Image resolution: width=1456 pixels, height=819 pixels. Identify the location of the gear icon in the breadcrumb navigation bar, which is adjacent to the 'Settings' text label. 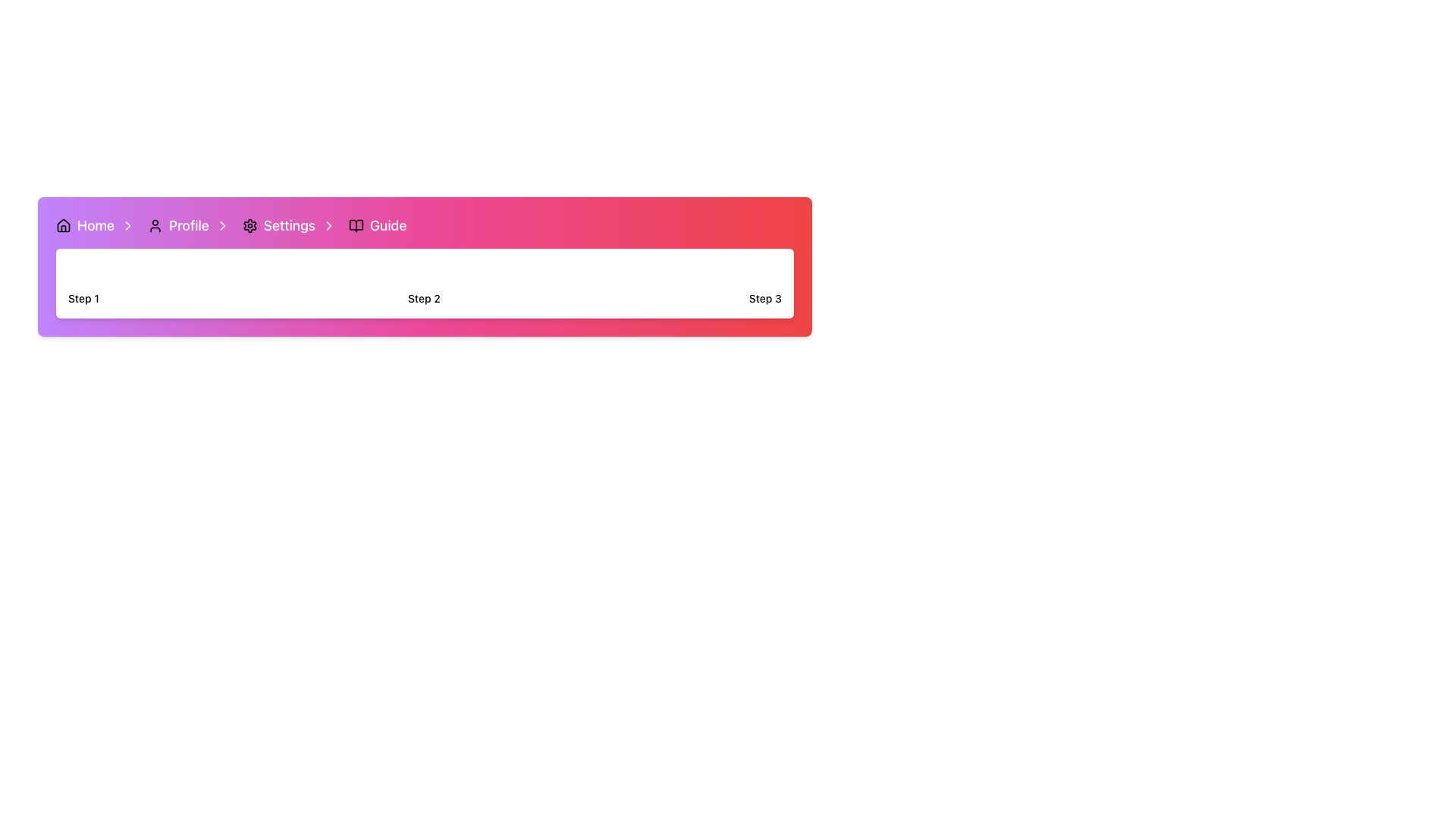
(249, 225).